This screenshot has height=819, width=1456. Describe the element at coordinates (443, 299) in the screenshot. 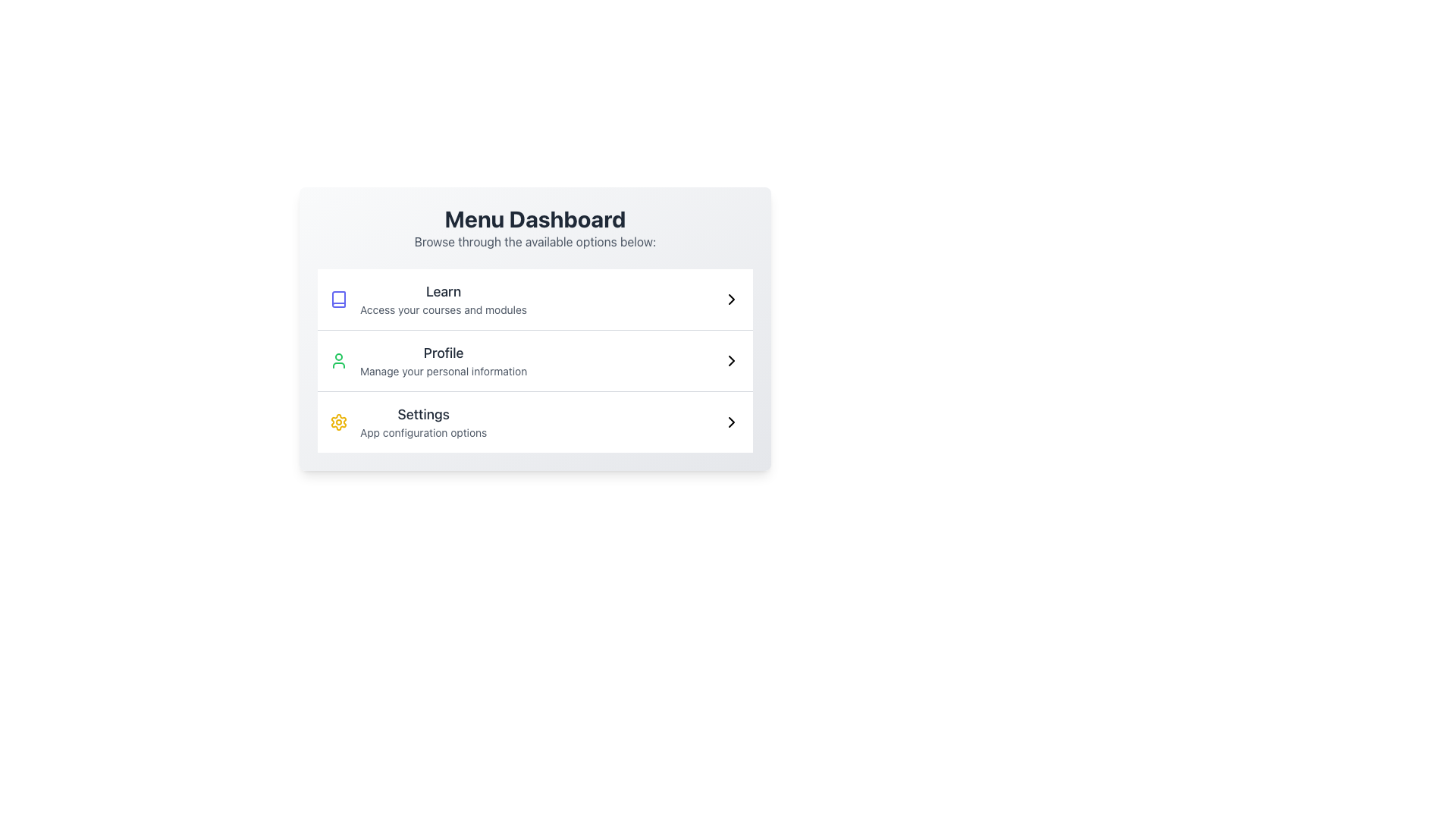

I see `the text-based menu description component that reads 'Learn' and 'Access your courses and modules', located in the first segment under the 'Menu Dashboard'` at that location.